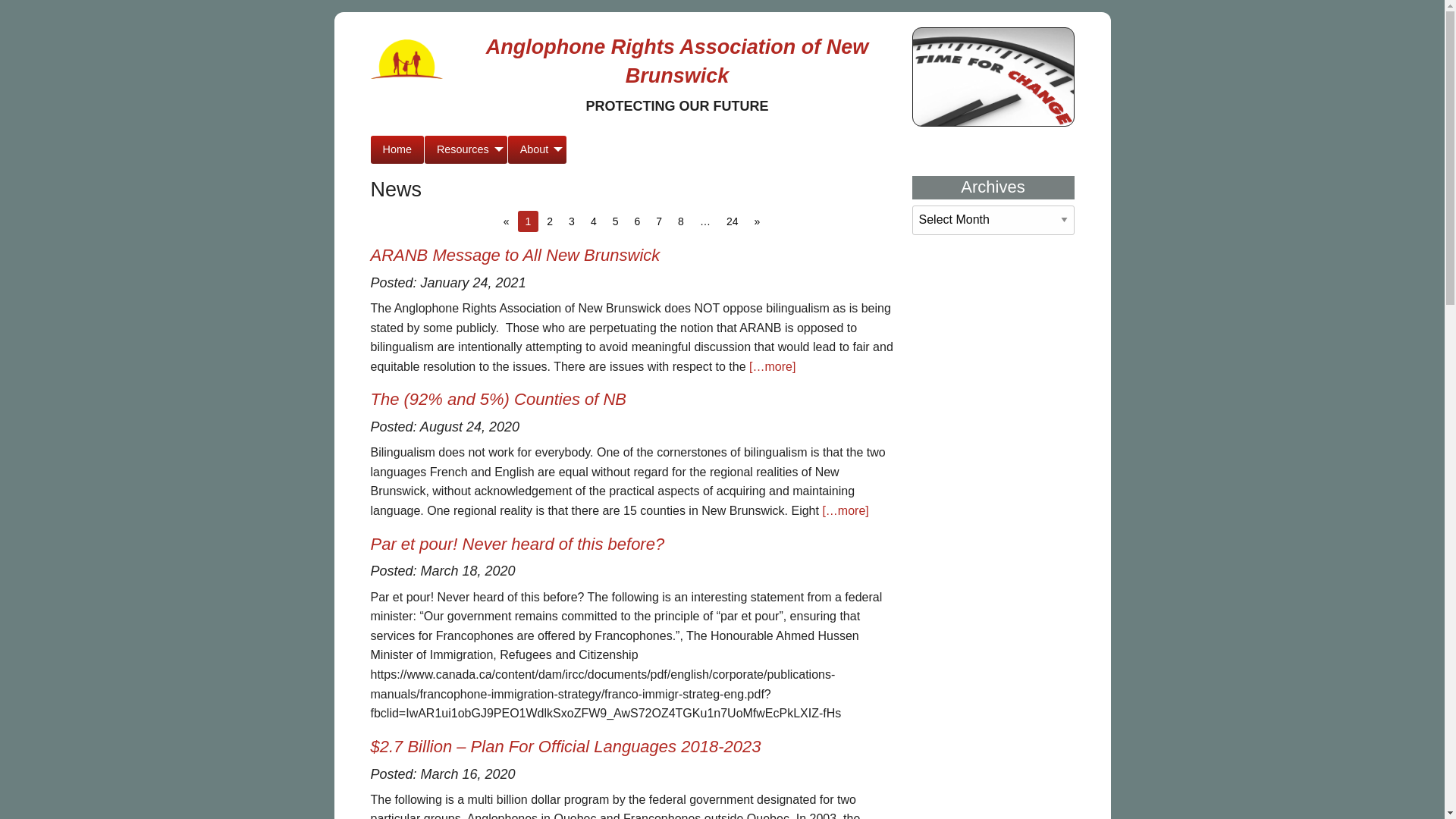 The image size is (1456, 819). What do you see at coordinates (370, 149) in the screenshot?
I see `'Home'` at bounding box center [370, 149].